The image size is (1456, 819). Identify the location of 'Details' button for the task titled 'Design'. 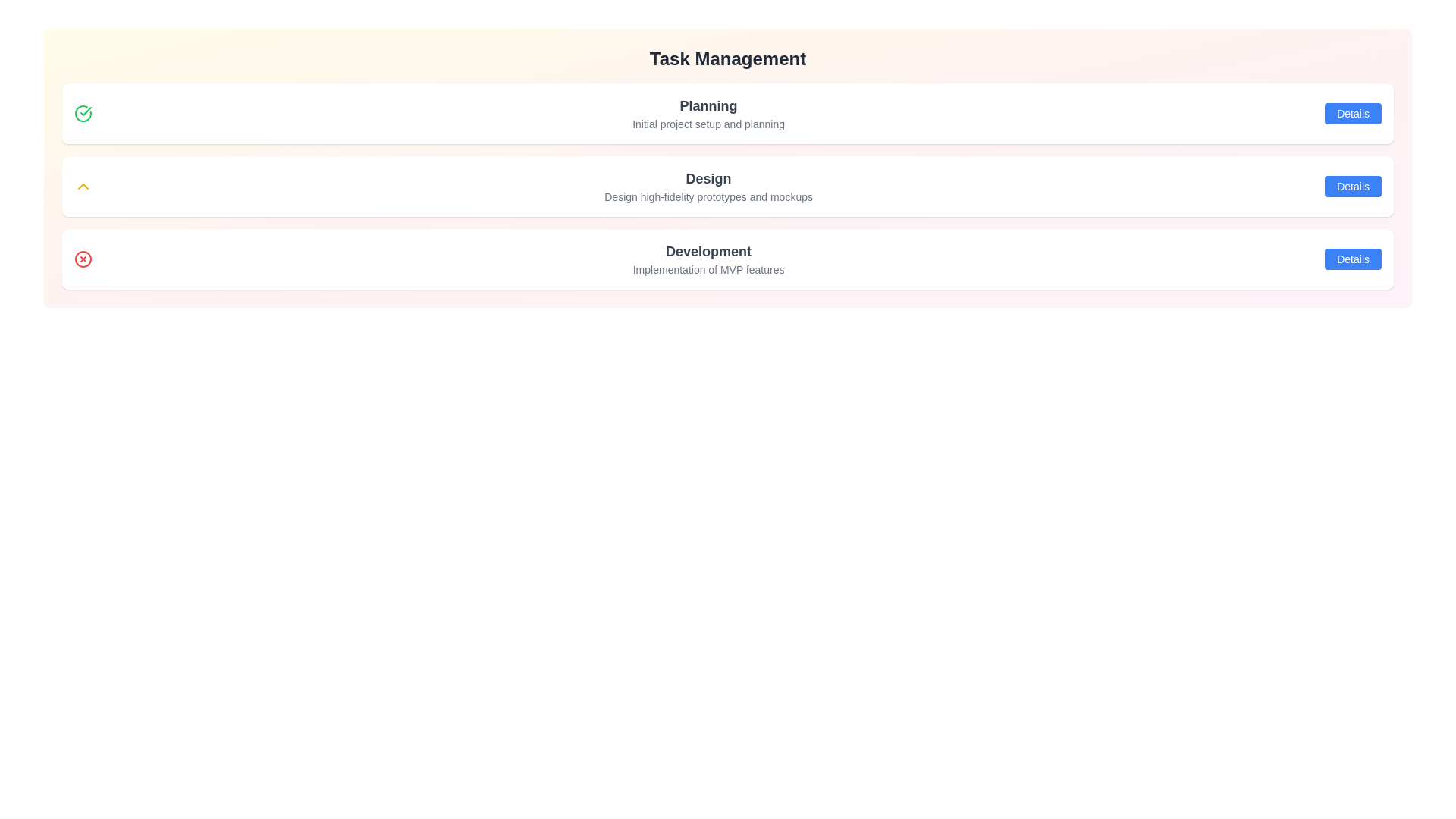
(1353, 186).